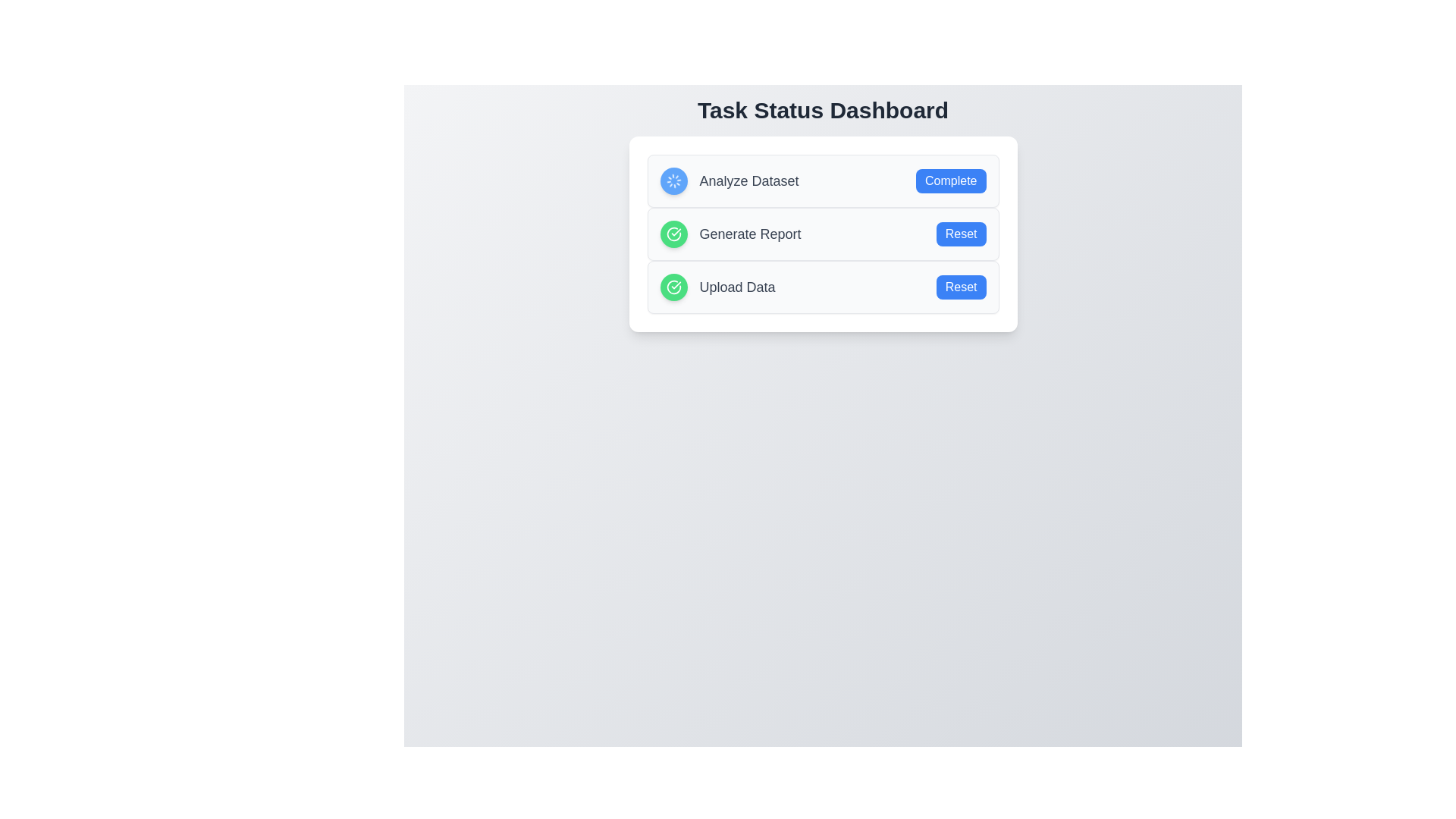 The image size is (1456, 819). Describe the element at coordinates (673, 287) in the screenshot. I see `the circular button with a green background and a white checkmark icon, located to the left of the 'Upload Data' text in the task status dashboard` at that location.